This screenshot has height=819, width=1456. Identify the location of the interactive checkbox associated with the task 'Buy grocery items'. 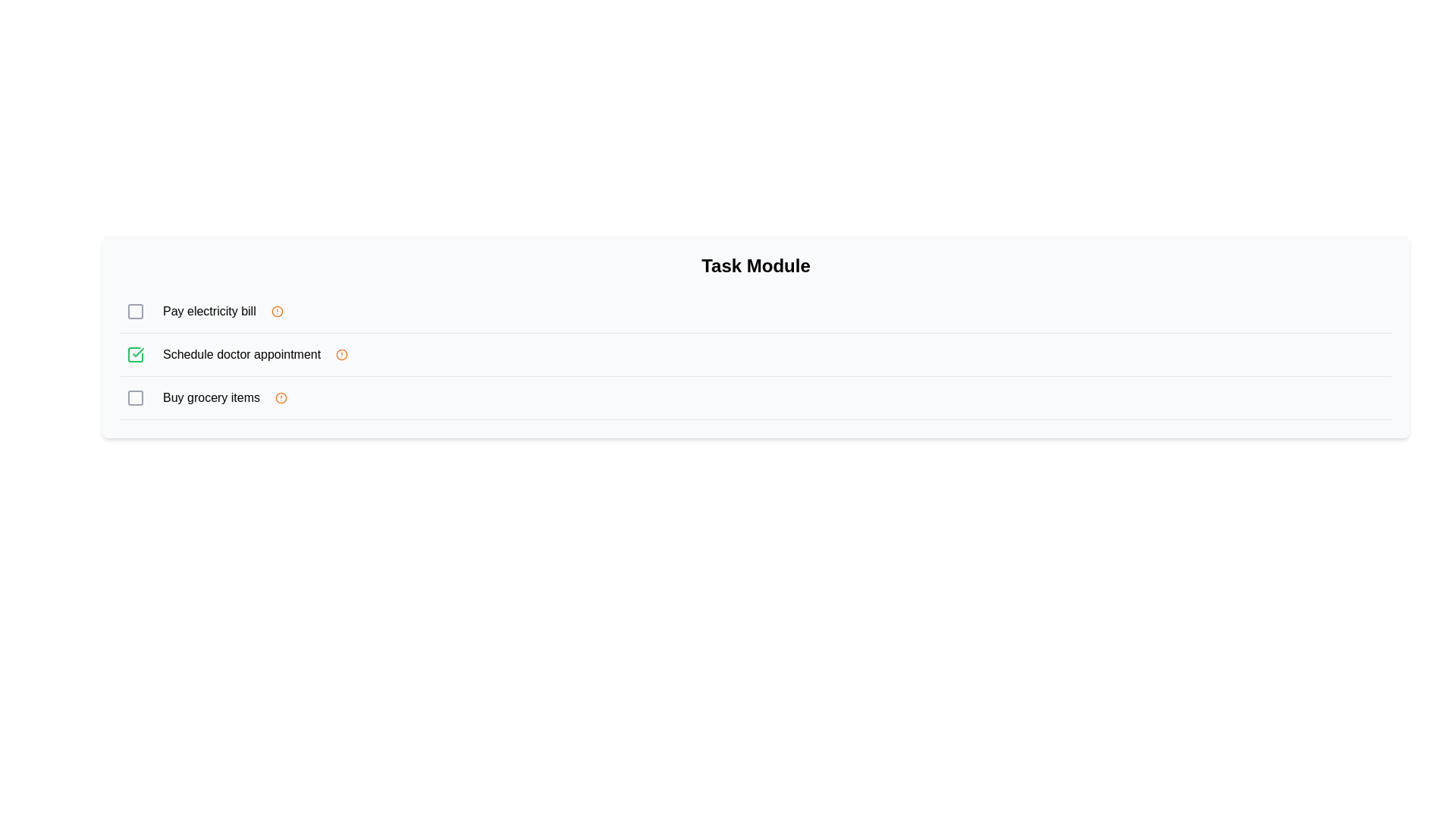
(135, 397).